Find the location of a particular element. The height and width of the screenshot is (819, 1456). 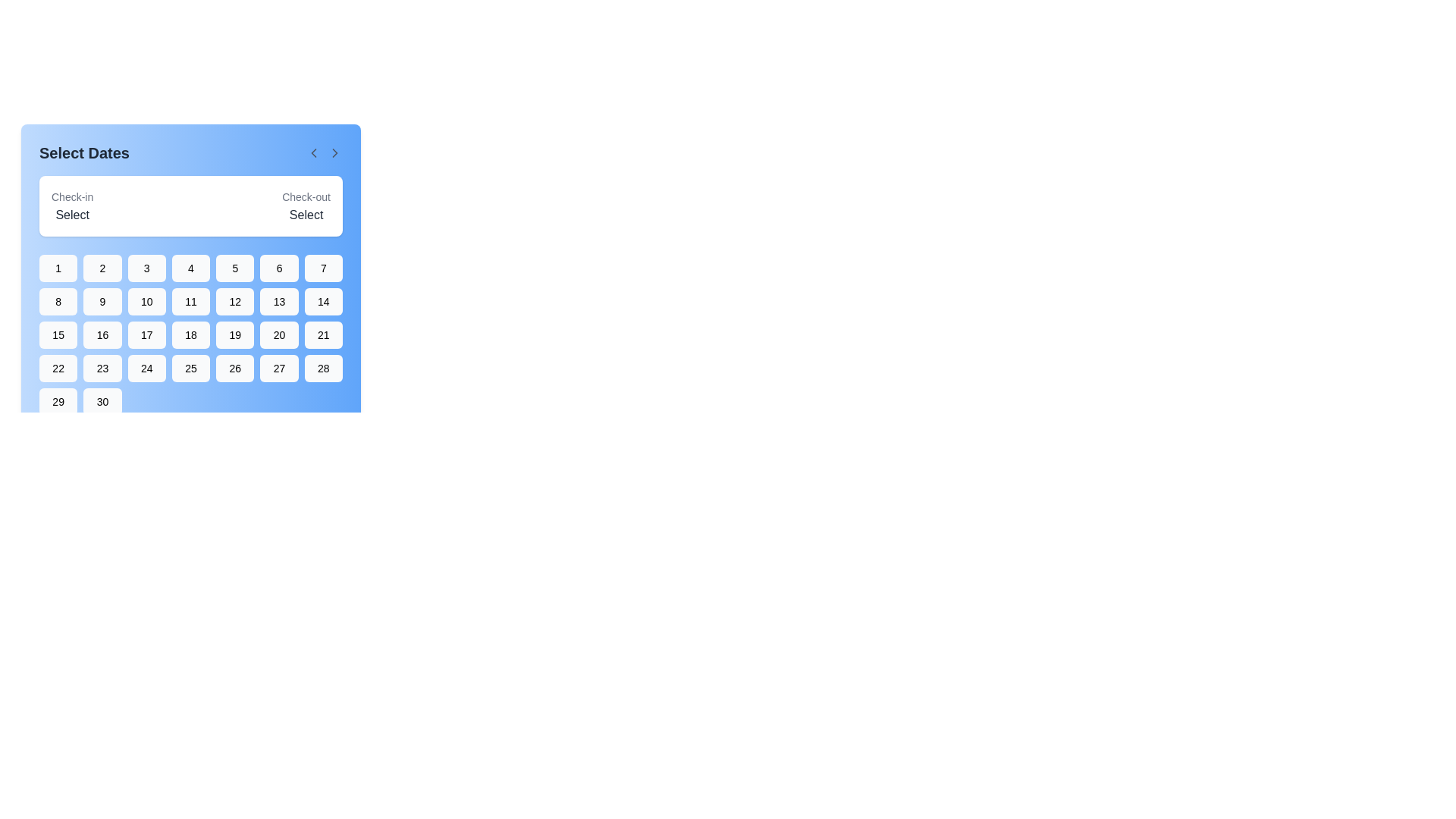

the rectangular button with rounded corners and the text '15' is located at coordinates (58, 334).